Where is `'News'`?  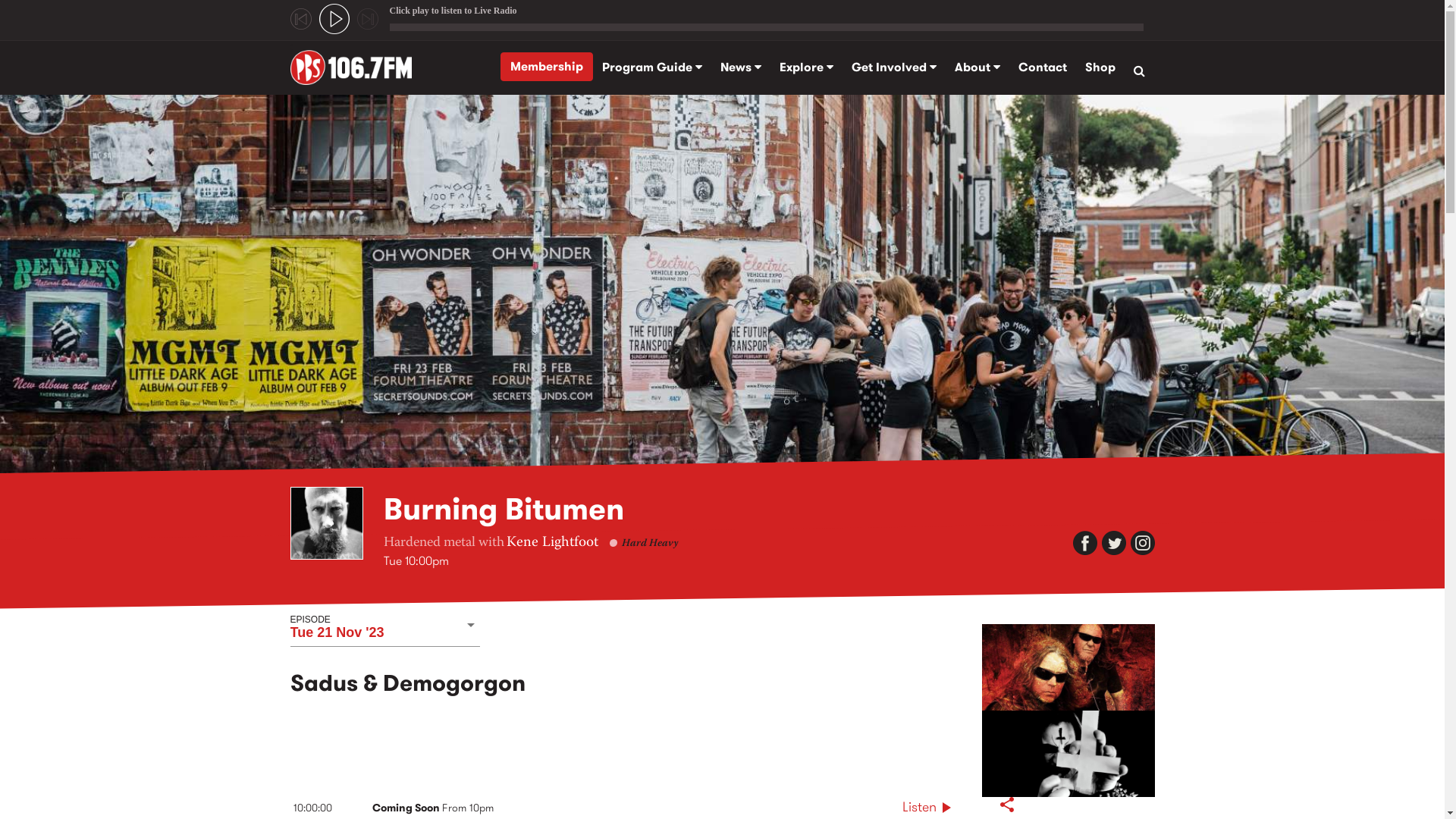
'News' is located at coordinates (741, 66).